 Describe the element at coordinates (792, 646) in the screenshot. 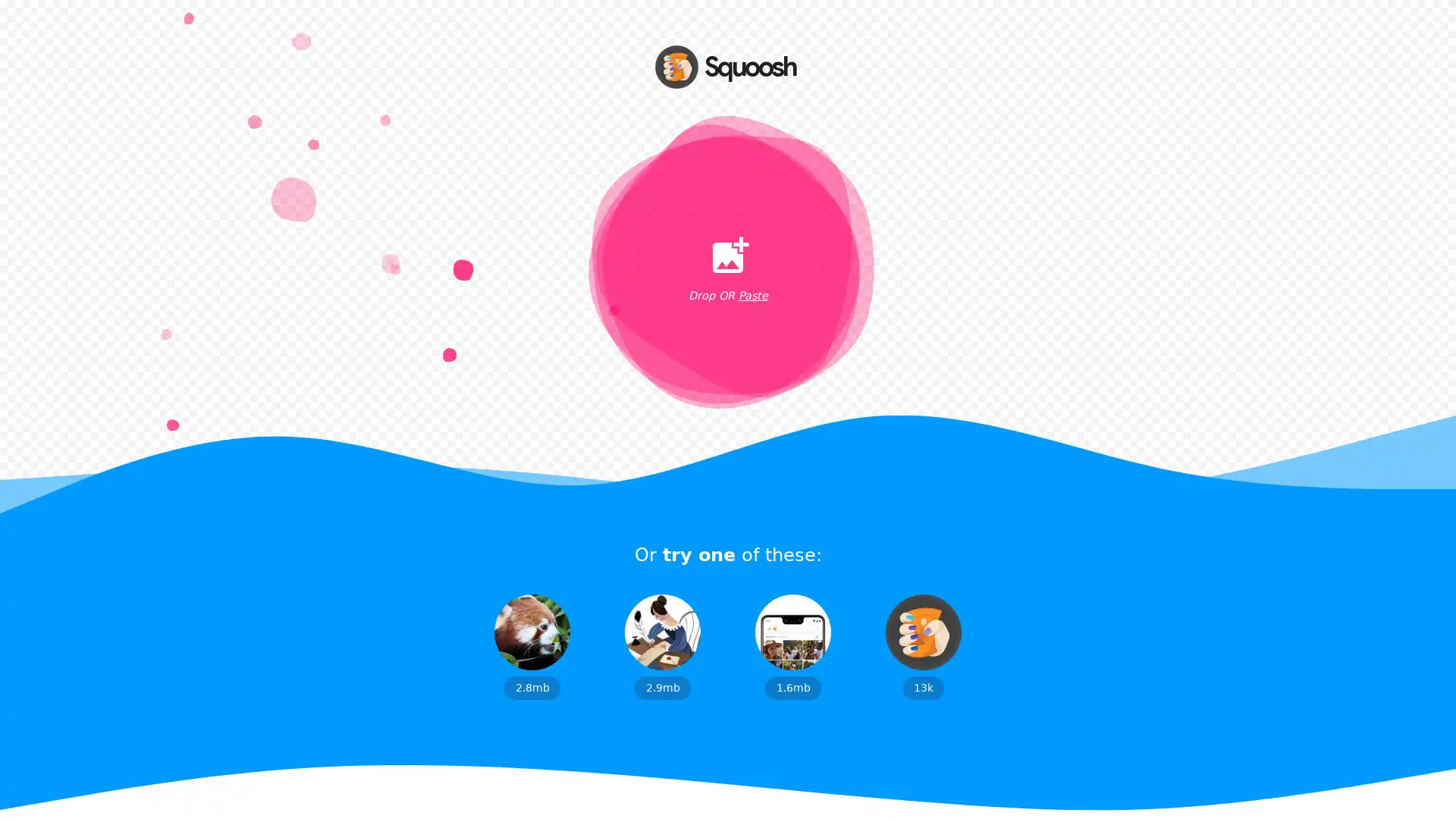

I see `Device screen 1.6mb` at that location.